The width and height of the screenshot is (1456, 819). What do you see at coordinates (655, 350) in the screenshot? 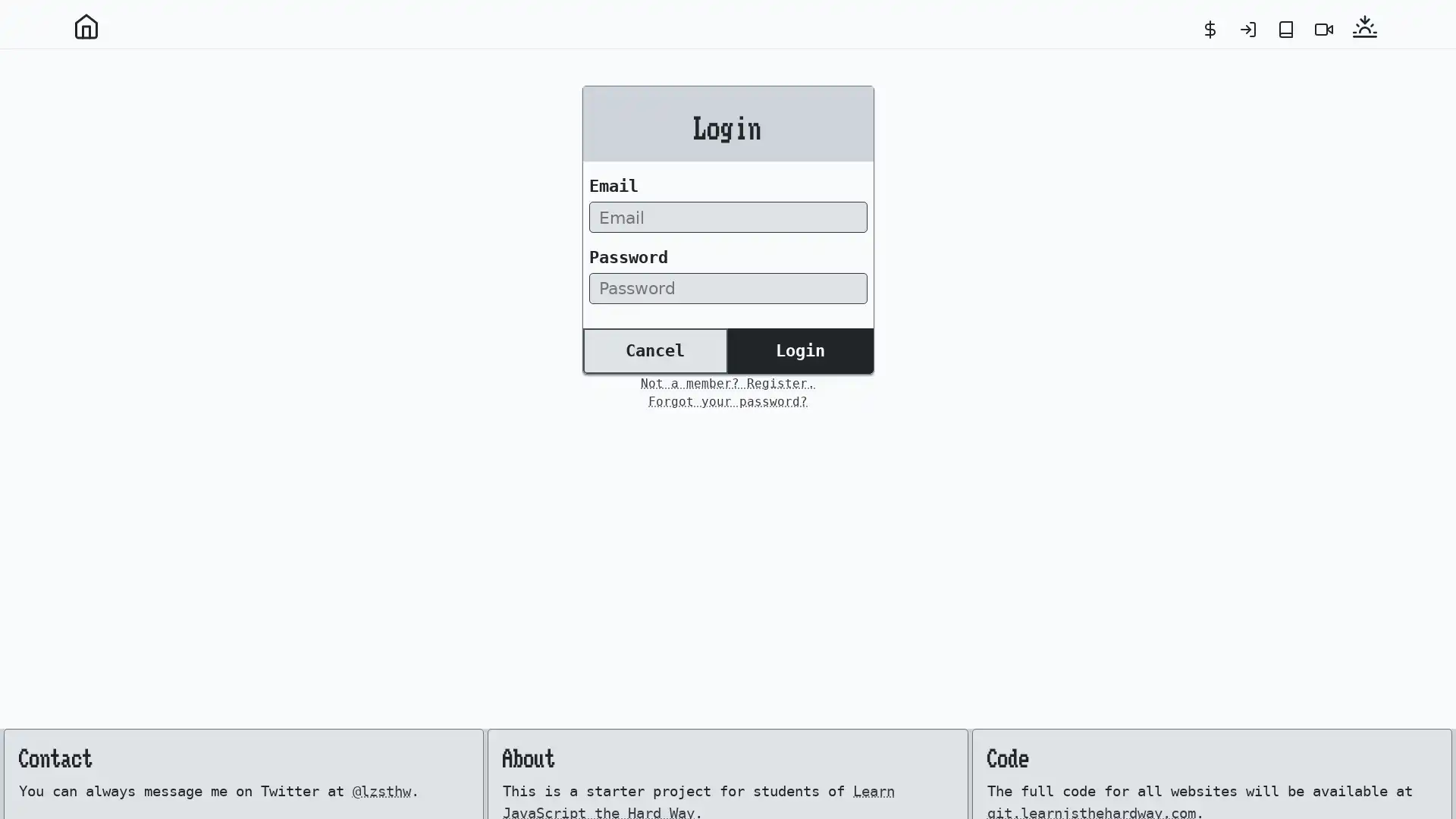
I see `Cancel` at bounding box center [655, 350].